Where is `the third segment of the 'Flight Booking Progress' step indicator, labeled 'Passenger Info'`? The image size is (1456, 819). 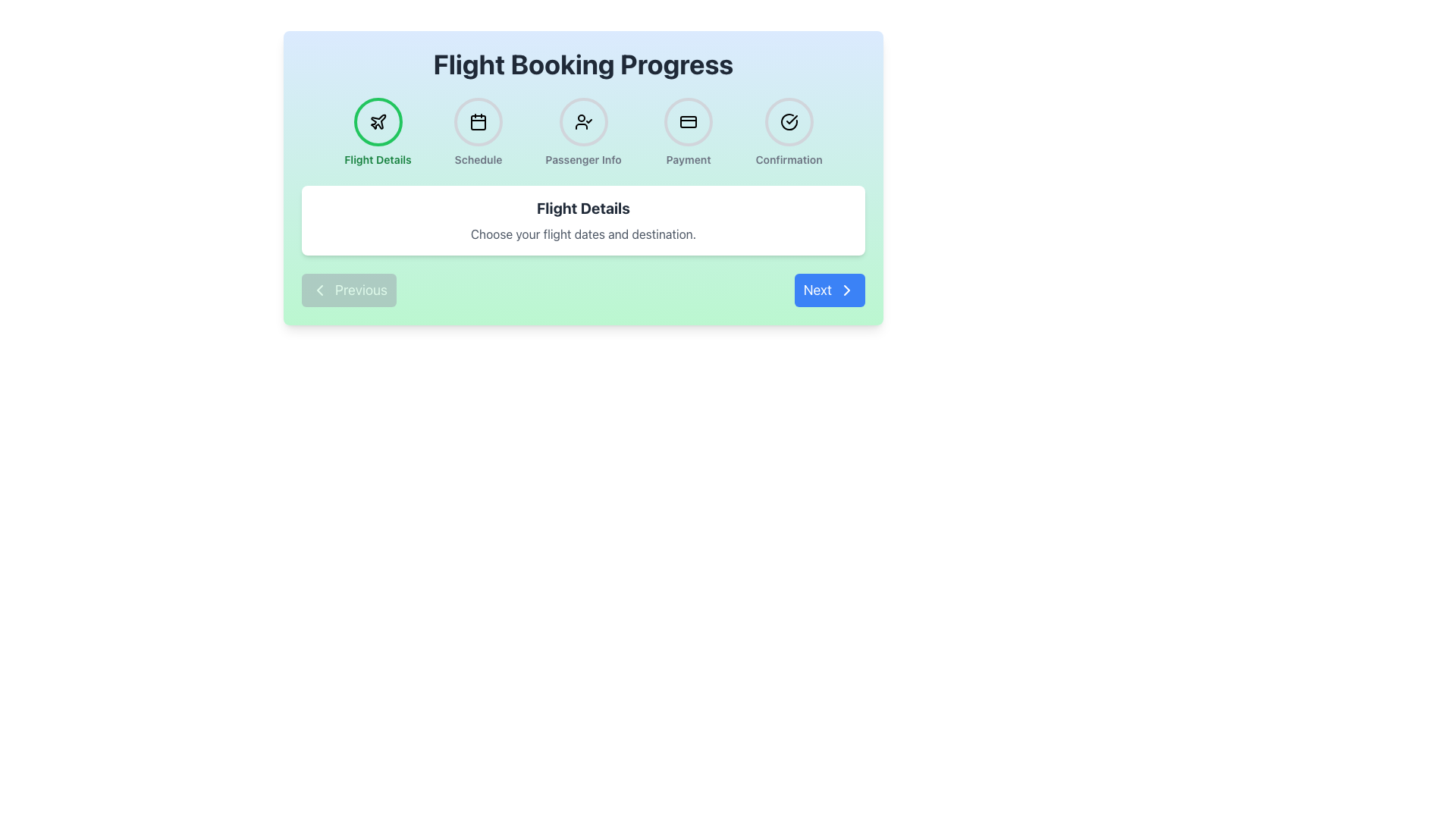
the third segment of the 'Flight Booking Progress' step indicator, labeled 'Passenger Info' is located at coordinates (582, 131).